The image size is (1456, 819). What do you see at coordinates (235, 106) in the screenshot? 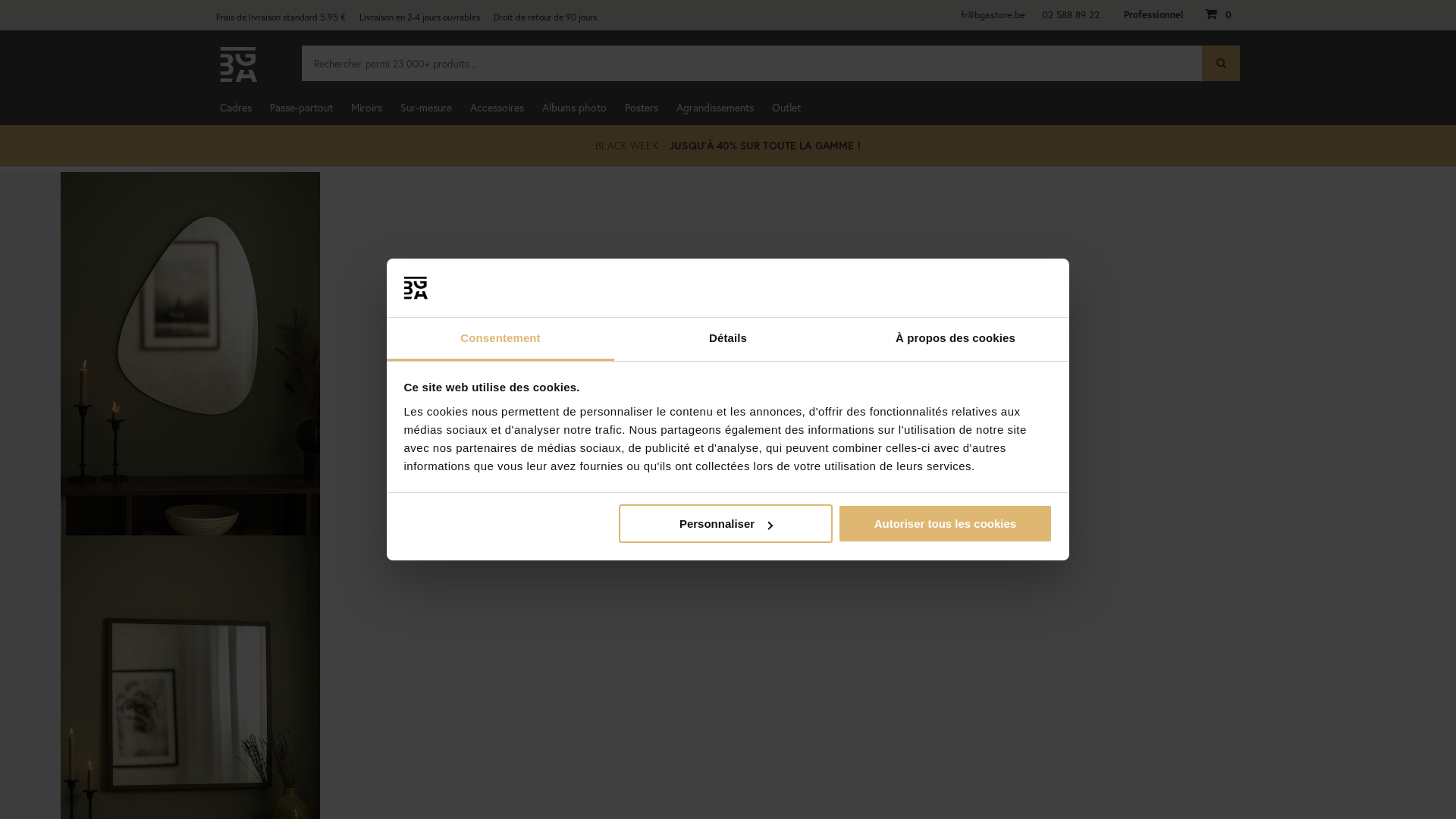
I see `'Cadres'` at bounding box center [235, 106].